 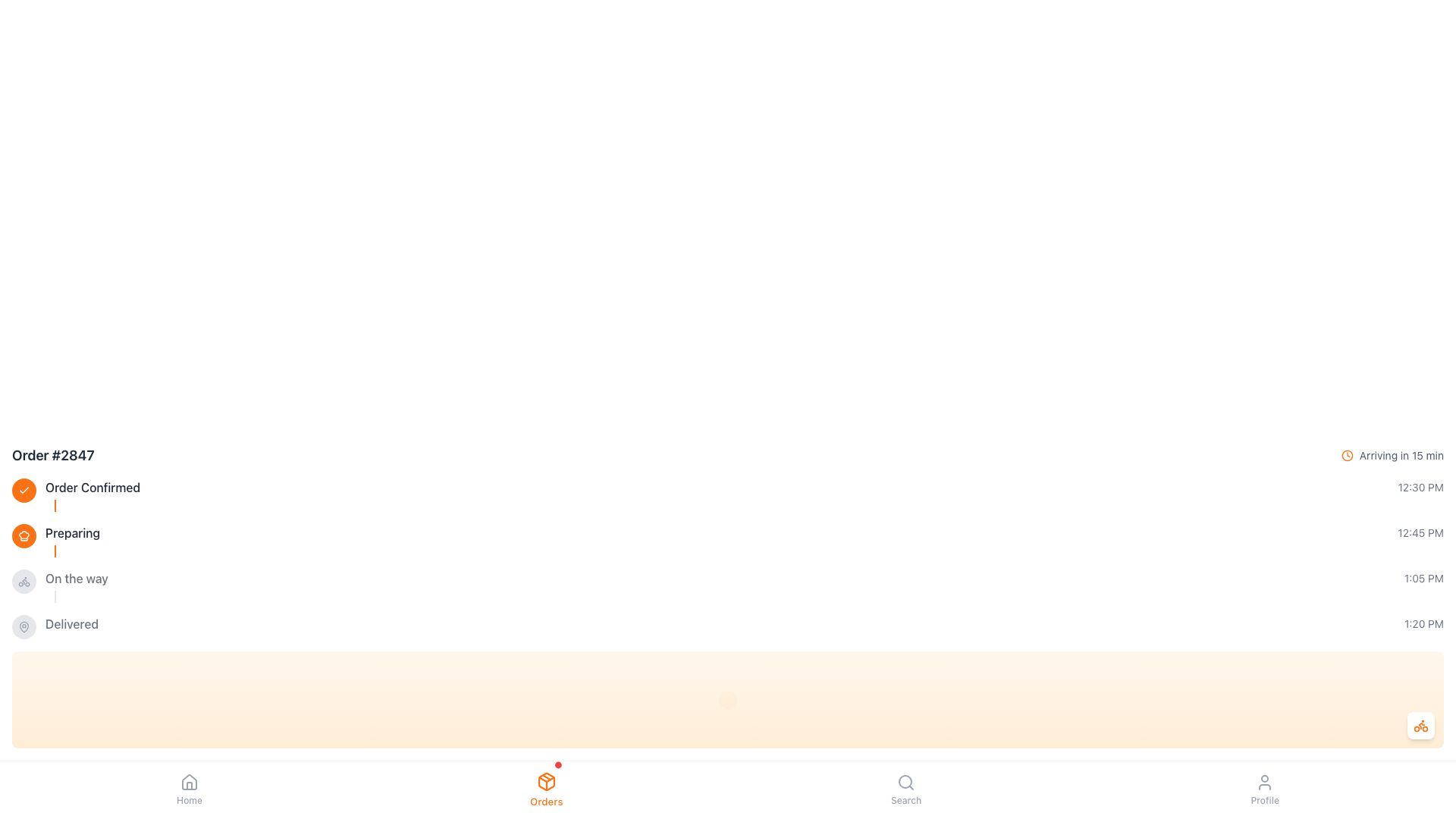 I want to click on the small, circular orange dot with a glowing effect located at the center of the bottom navigation area, so click(x=728, y=699).